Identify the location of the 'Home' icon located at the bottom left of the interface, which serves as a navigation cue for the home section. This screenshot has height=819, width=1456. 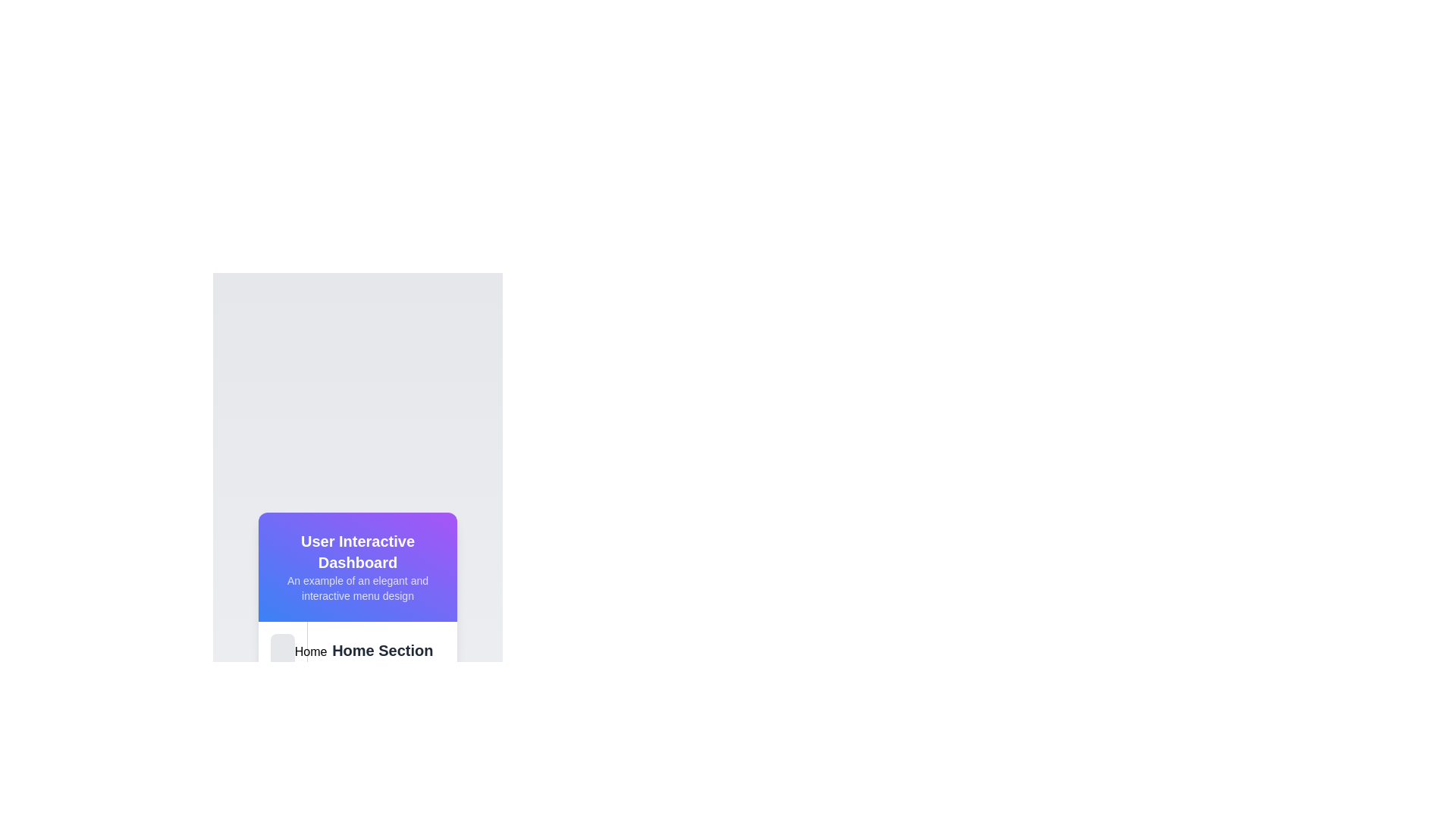
(291, 652).